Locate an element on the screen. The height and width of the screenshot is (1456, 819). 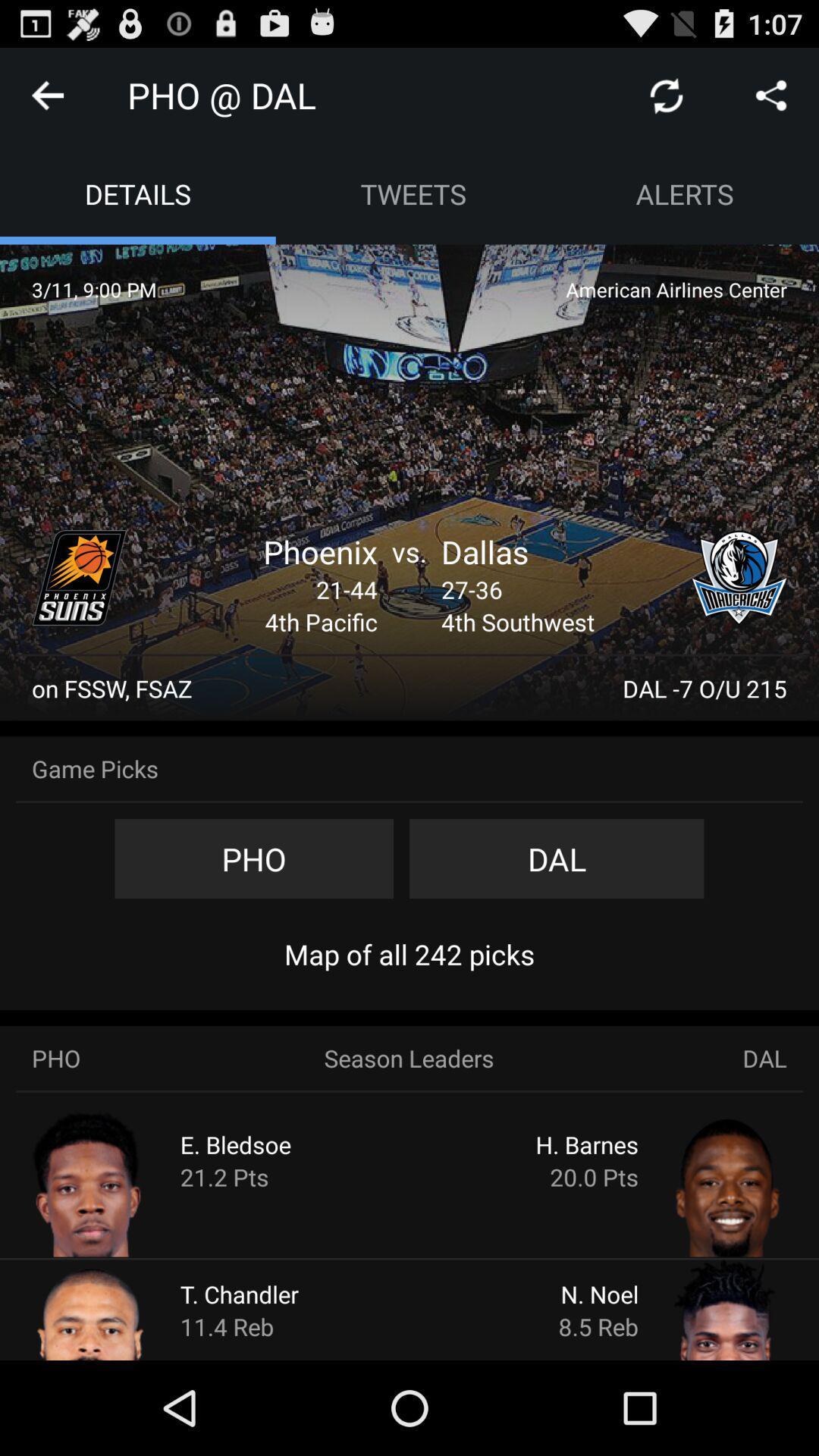
the location icon is located at coordinates (739, 618).